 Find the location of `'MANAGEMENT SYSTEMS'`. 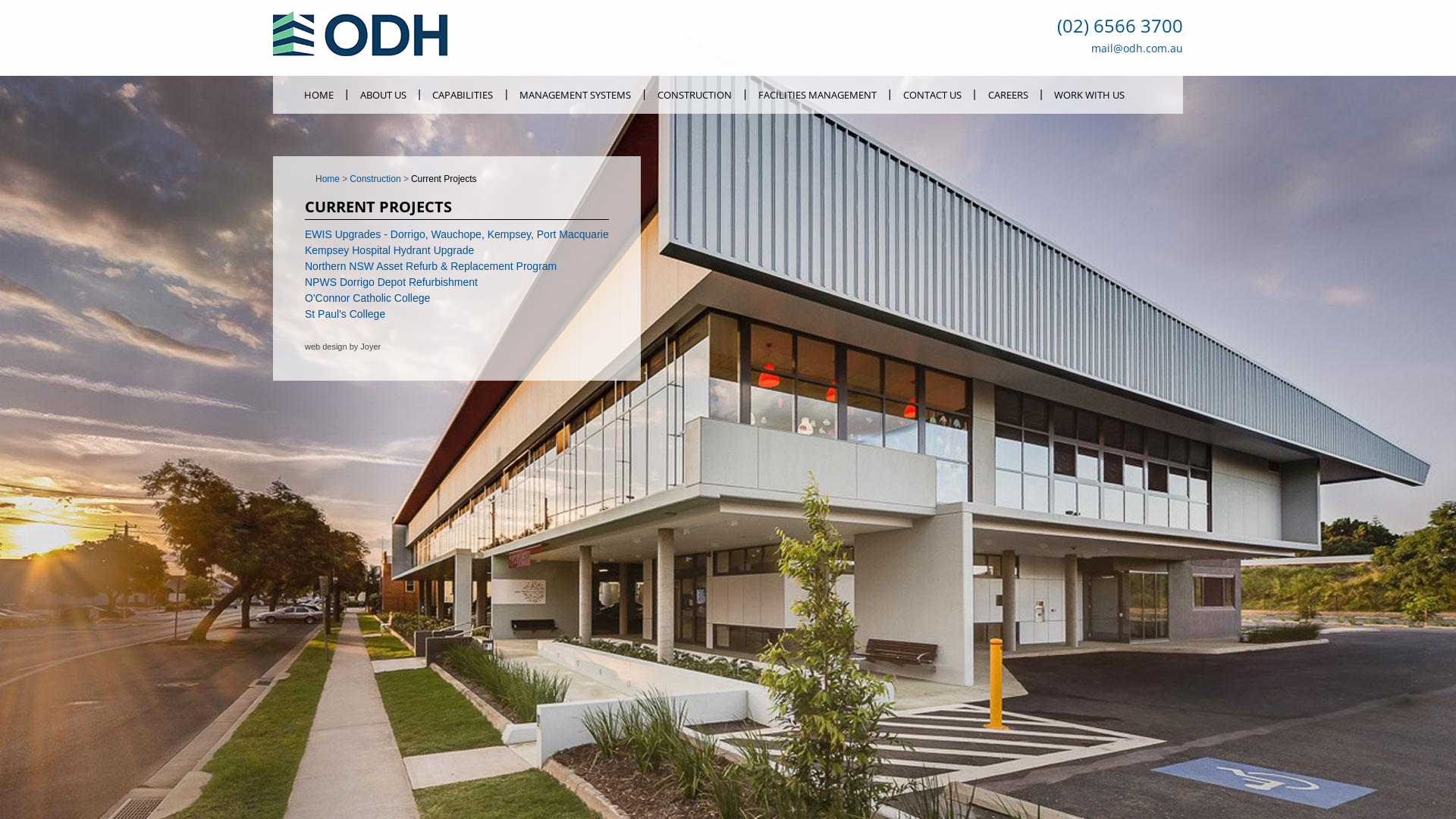

'MANAGEMENT SYSTEMS' is located at coordinates (574, 94).